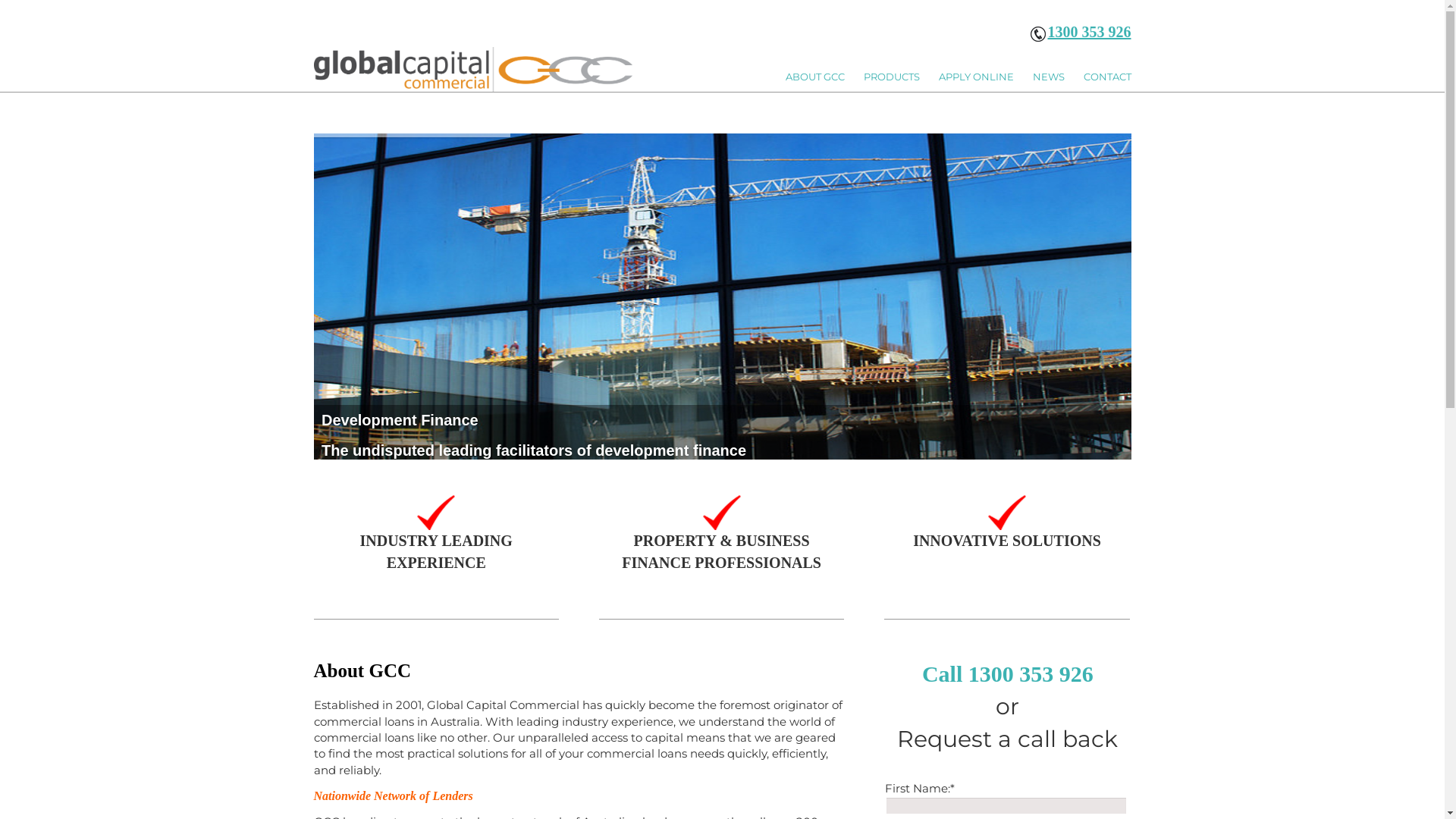 Image resolution: width=1456 pixels, height=819 pixels. Describe the element at coordinates (900, 76) in the screenshot. I see `'PRODUCTS'` at that location.